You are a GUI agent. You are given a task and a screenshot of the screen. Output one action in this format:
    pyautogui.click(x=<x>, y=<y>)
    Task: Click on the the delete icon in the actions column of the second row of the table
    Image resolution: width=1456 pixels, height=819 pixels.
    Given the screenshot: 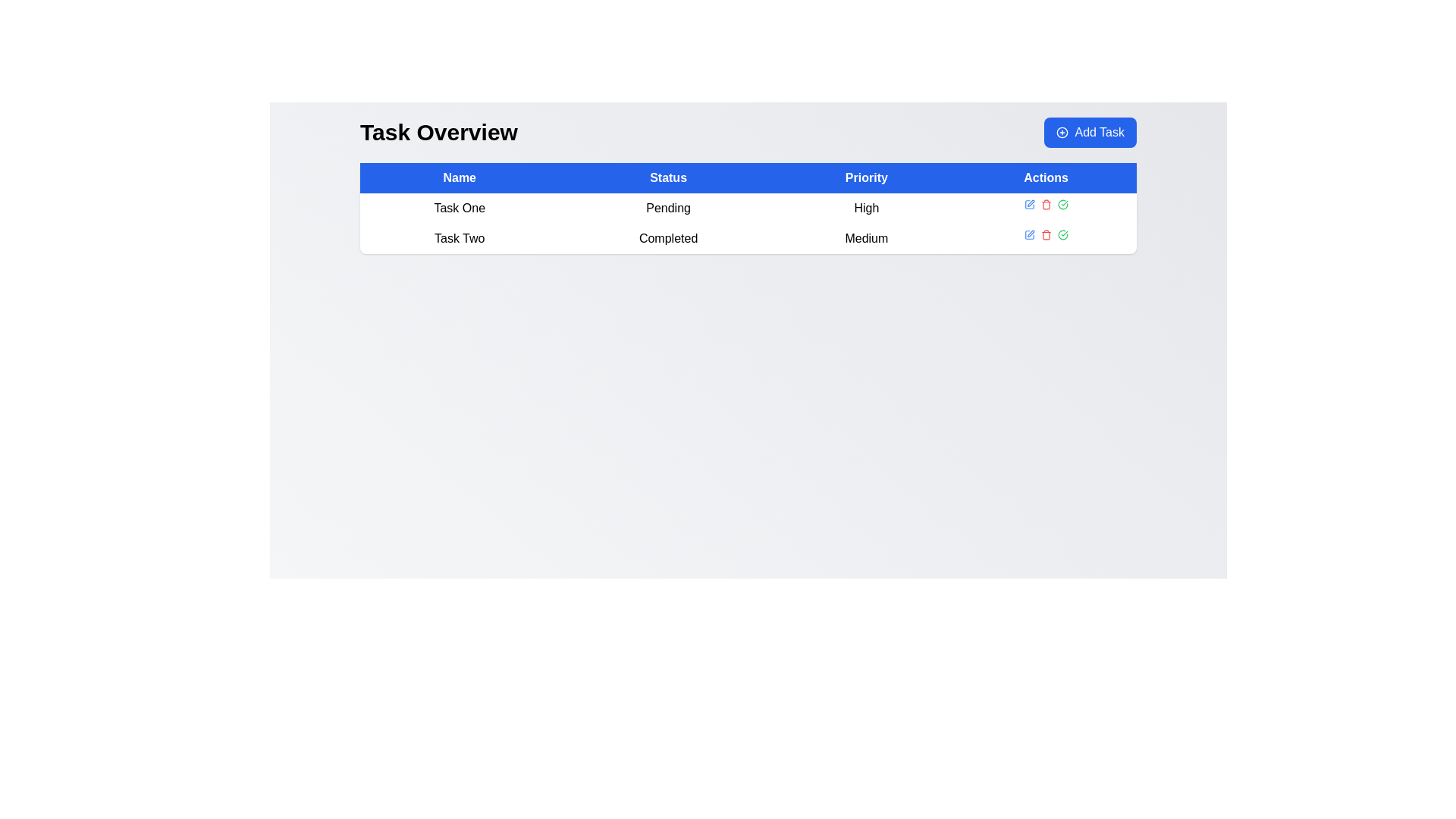 What is the action you would take?
    pyautogui.click(x=1045, y=206)
    